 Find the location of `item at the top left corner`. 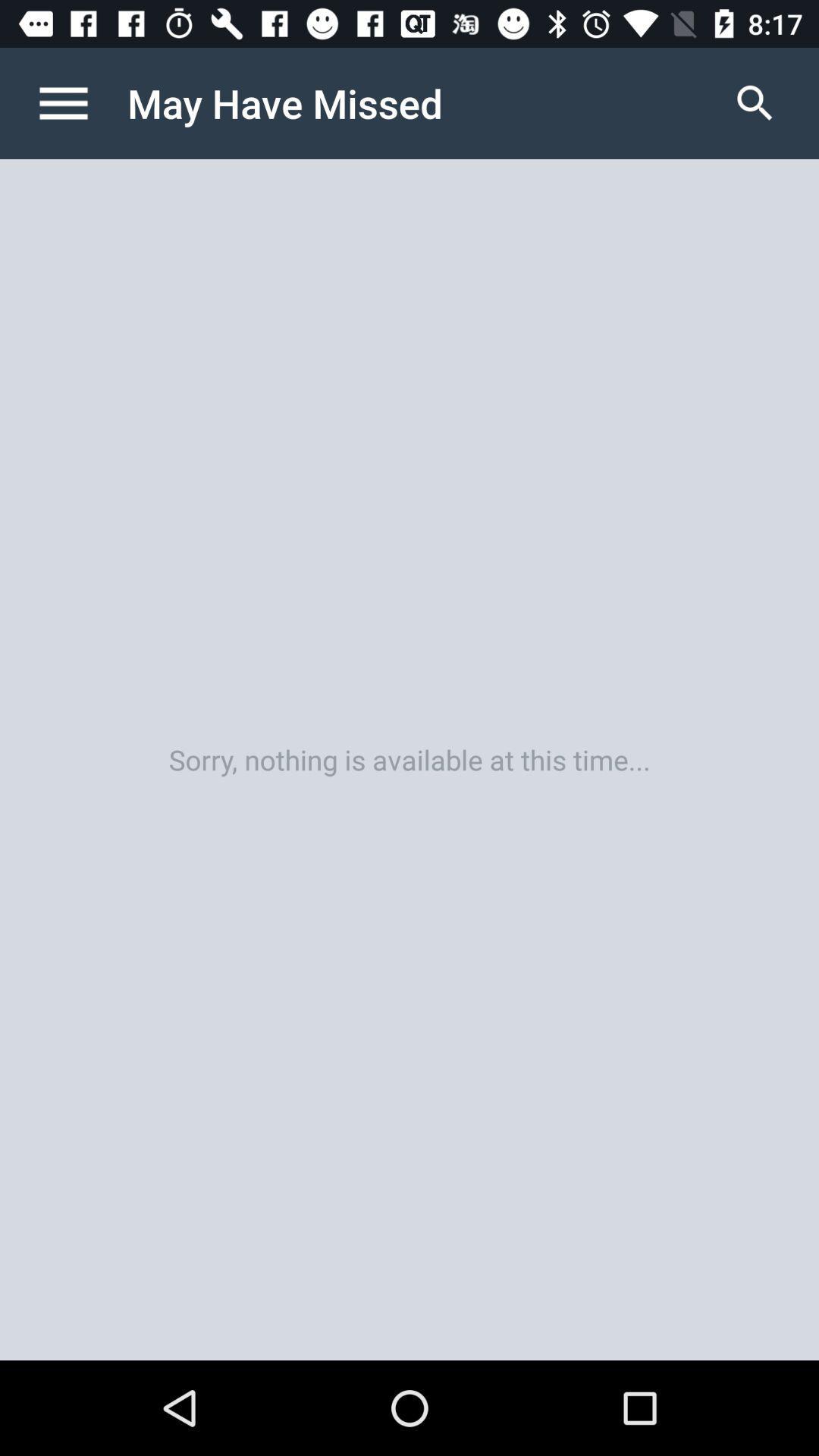

item at the top left corner is located at coordinates (79, 102).